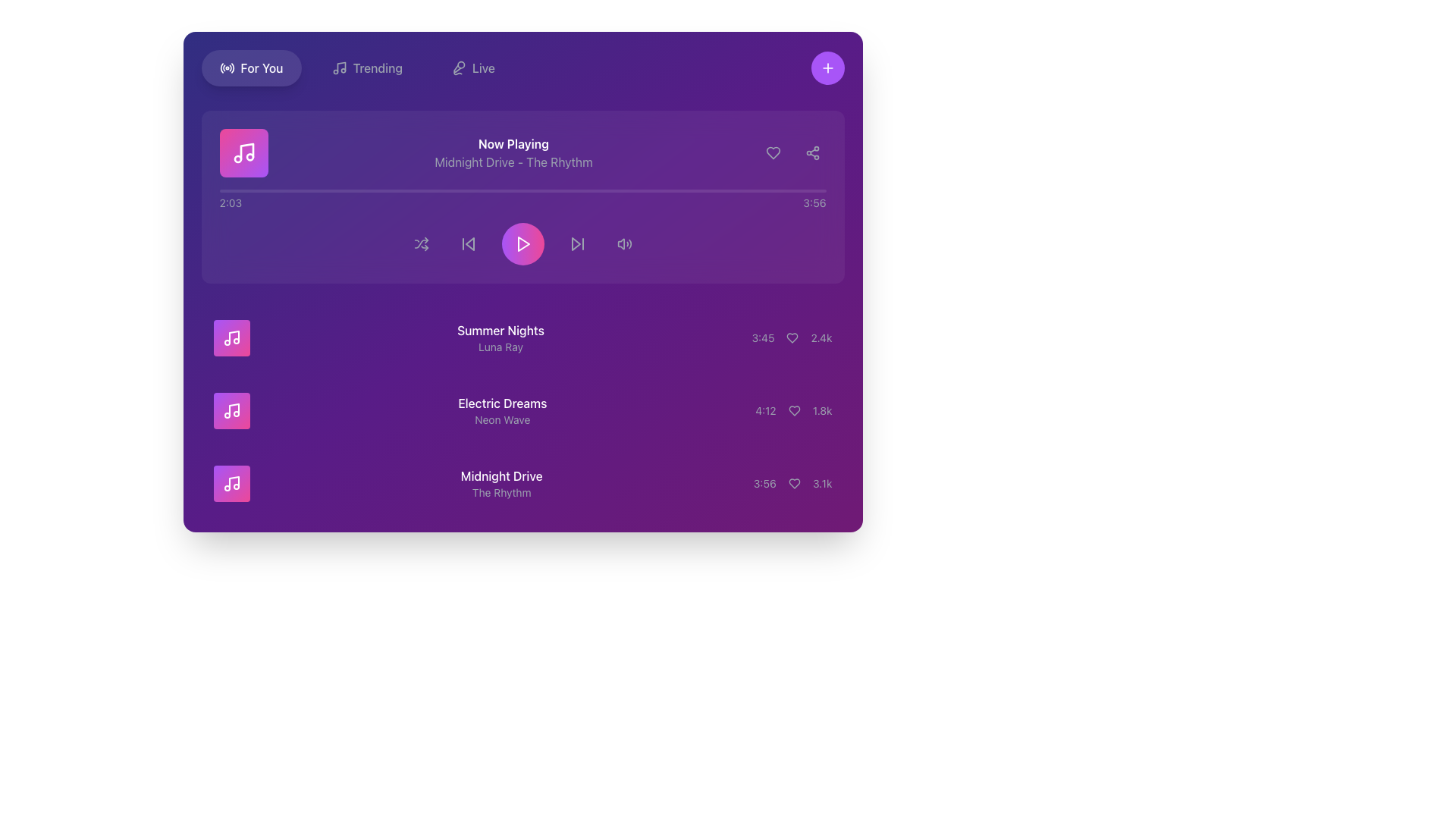  Describe the element at coordinates (502, 420) in the screenshot. I see `the text label displaying 'Neon Wave', which is styled with a gray font color and located below the 'Electric Dreams' title in the playlist` at that location.